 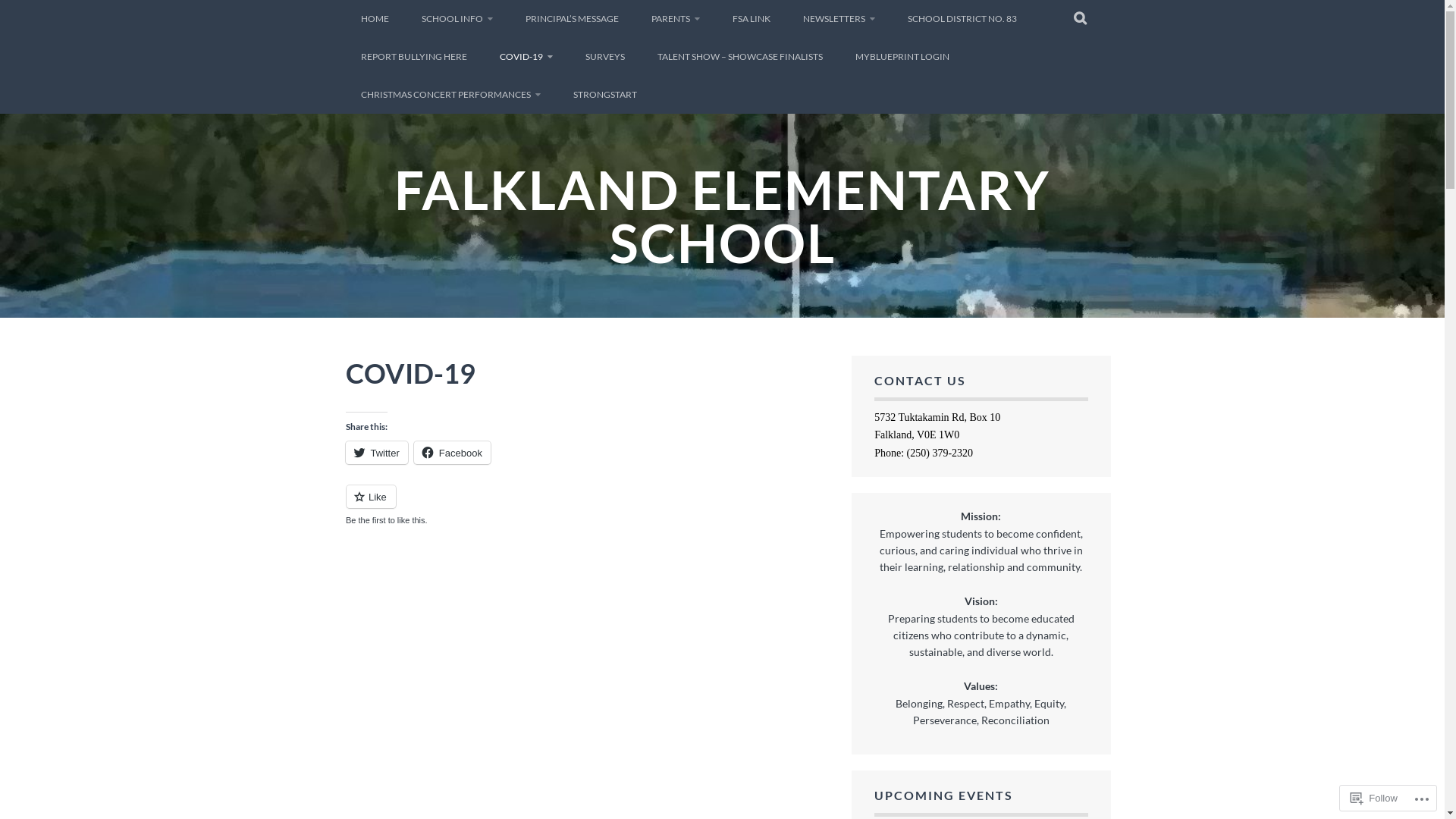 I want to click on 'SCHOOL DISTRICT NO. 83', so click(x=960, y=18).